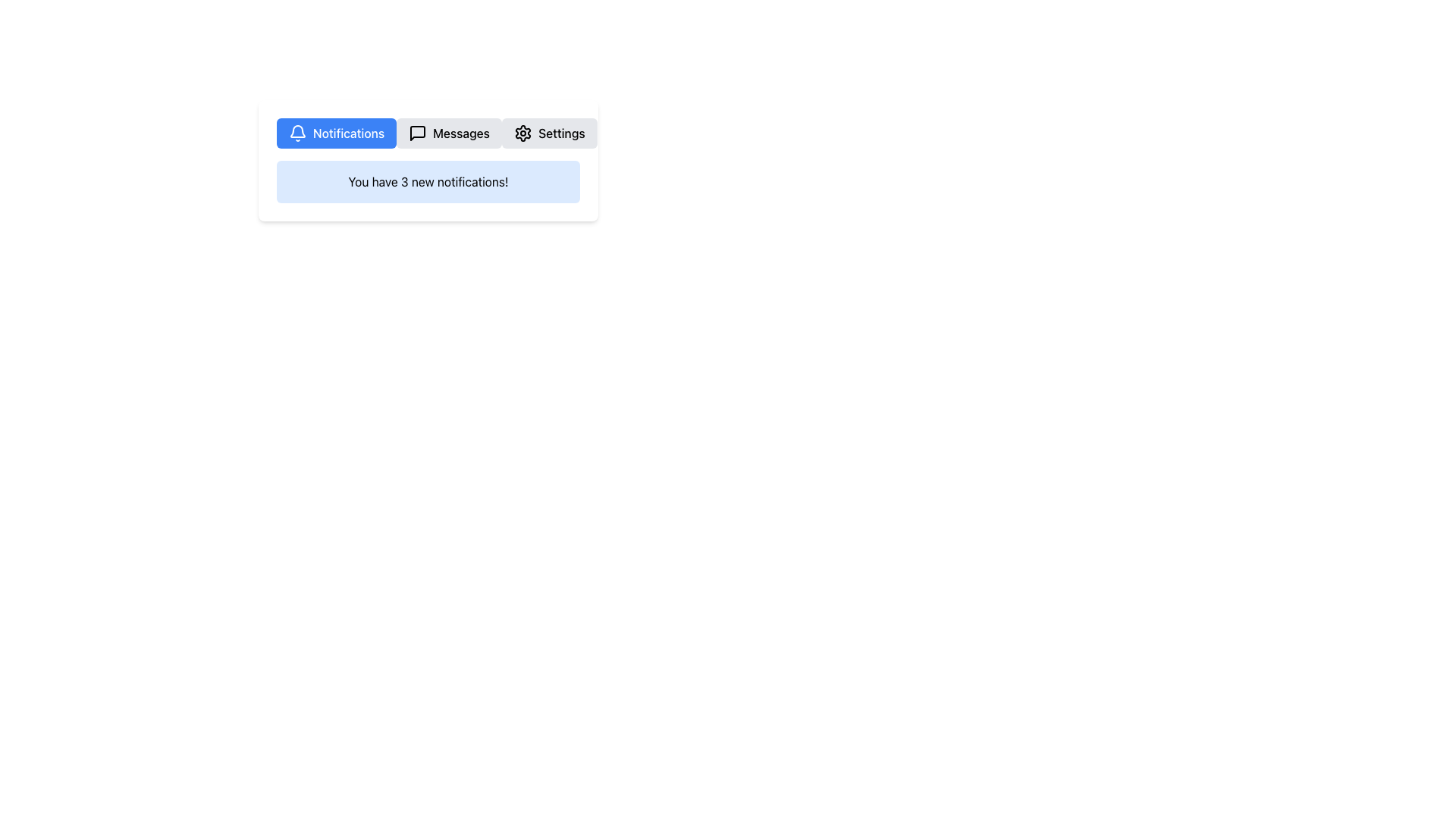 This screenshot has width=1456, height=819. What do you see at coordinates (428, 180) in the screenshot?
I see `the informational text box that notifies the user about three new notifications, located below the 'Notifications', 'Messages', and 'Settings' buttons` at bounding box center [428, 180].